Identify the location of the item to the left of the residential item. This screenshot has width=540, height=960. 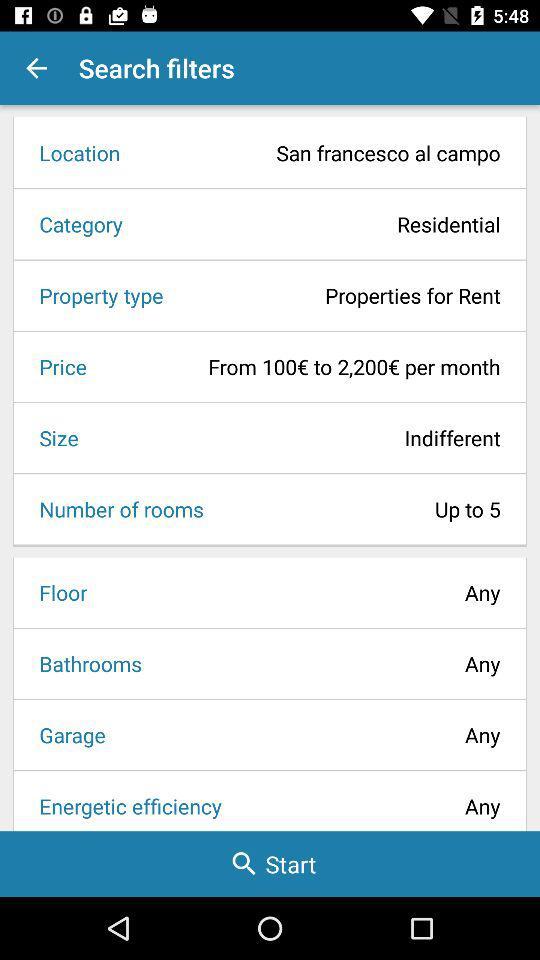
(73, 224).